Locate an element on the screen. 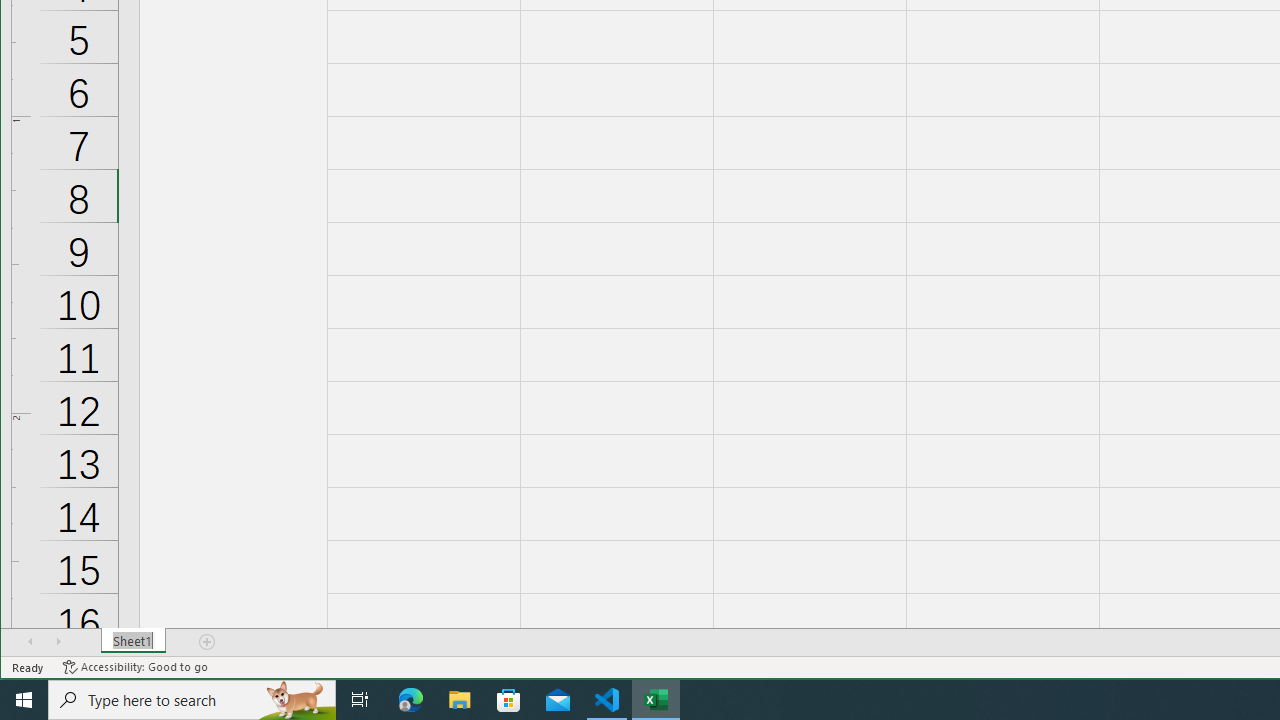 The width and height of the screenshot is (1280, 720). 'Type here to search' is located at coordinates (192, 698).